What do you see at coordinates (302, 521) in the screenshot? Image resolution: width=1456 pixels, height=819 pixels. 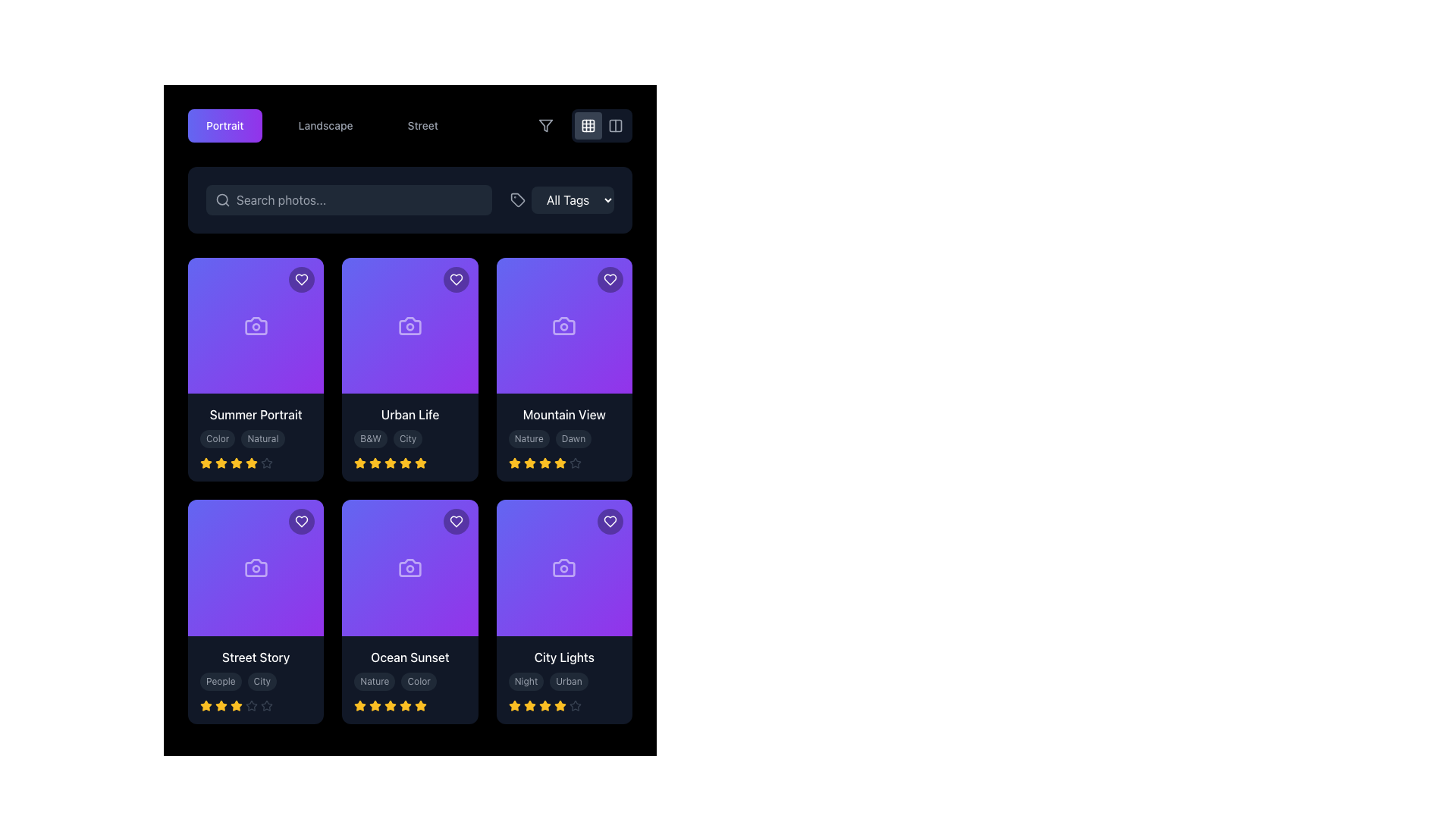 I see `the favorite button located in the top-right corner of the 'Street Story' card to trigger a visual effect` at bounding box center [302, 521].